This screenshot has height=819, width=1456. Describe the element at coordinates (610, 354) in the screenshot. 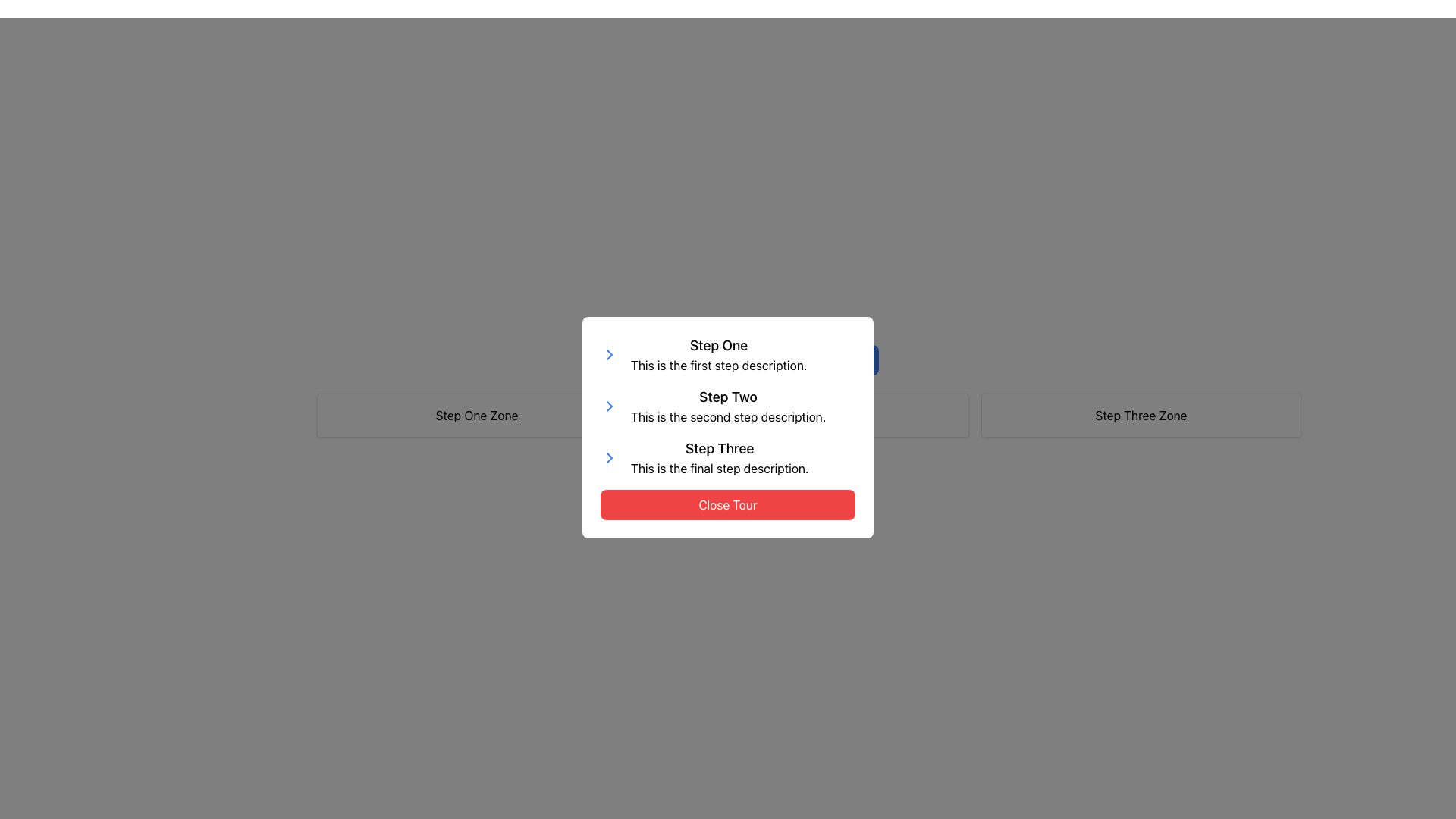

I see `the right-pointing chevron-shaped icon next to the 'Step Two' text` at that location.